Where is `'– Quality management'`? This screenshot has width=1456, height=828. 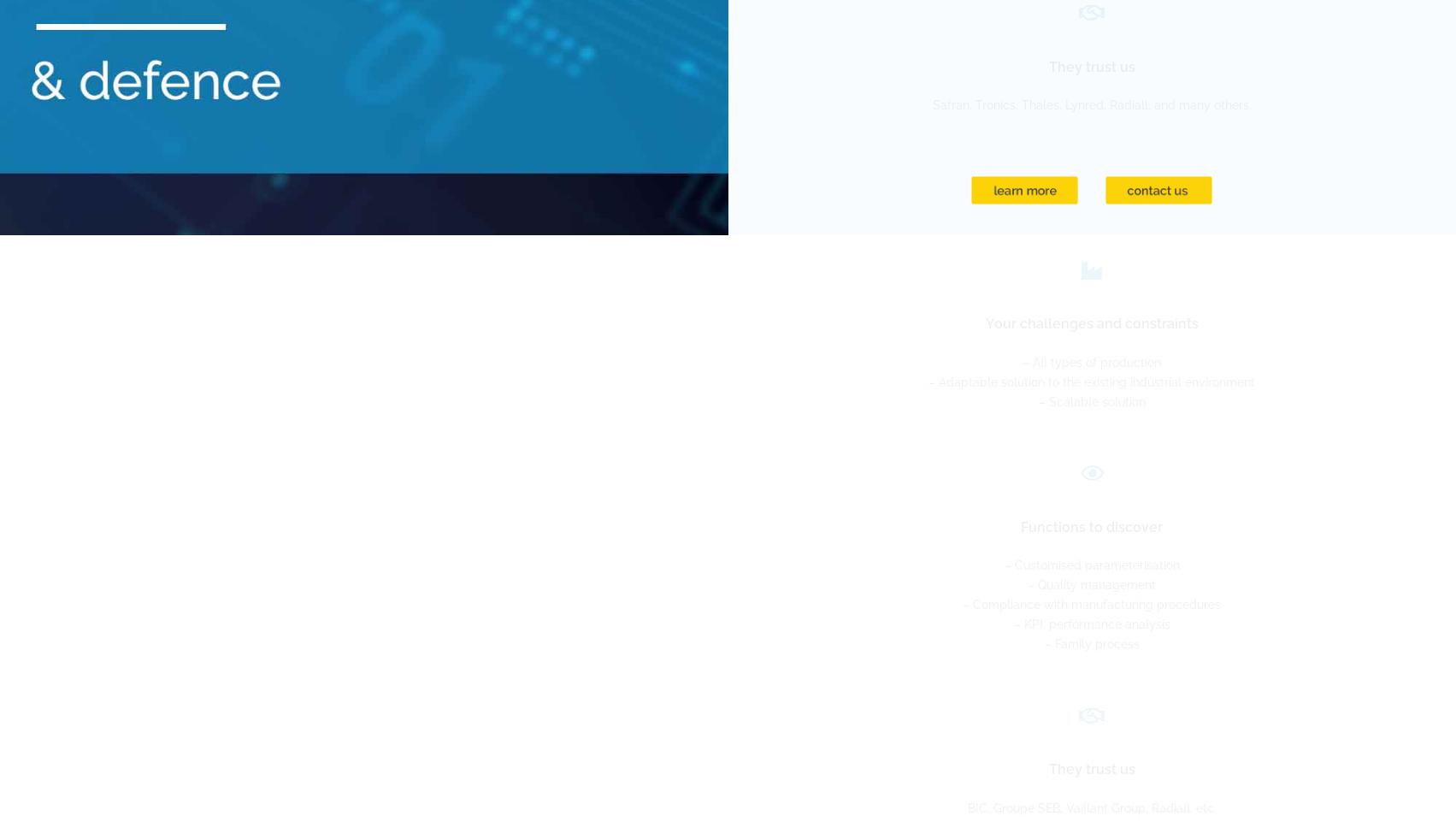 '– Quality management' is located at coordinates (1091, 584).